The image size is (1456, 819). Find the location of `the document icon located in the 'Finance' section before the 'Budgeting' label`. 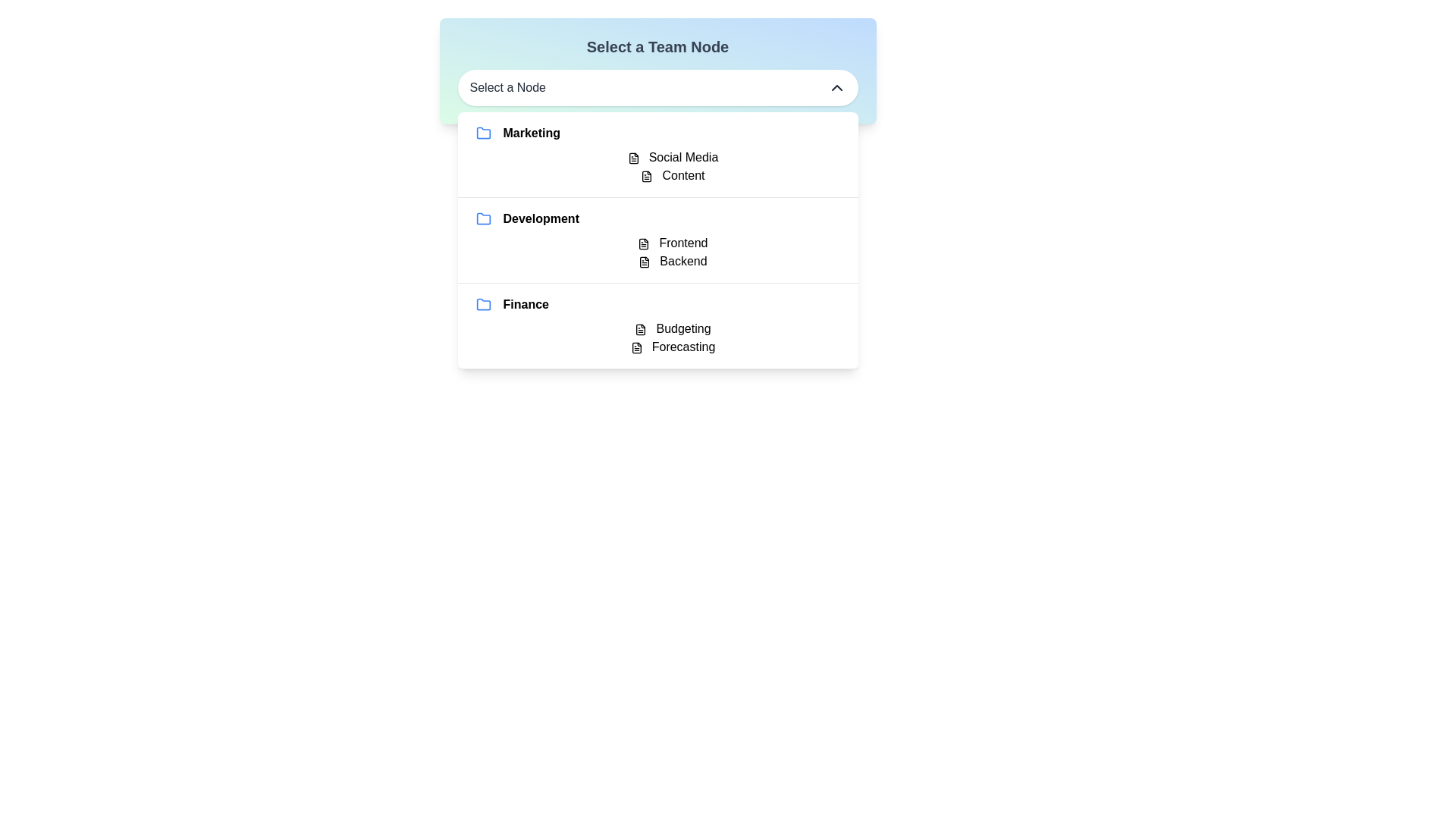

the document icon located in the 'Finance' section before the 'Budgeting' label is located at coordinates (641, 328).